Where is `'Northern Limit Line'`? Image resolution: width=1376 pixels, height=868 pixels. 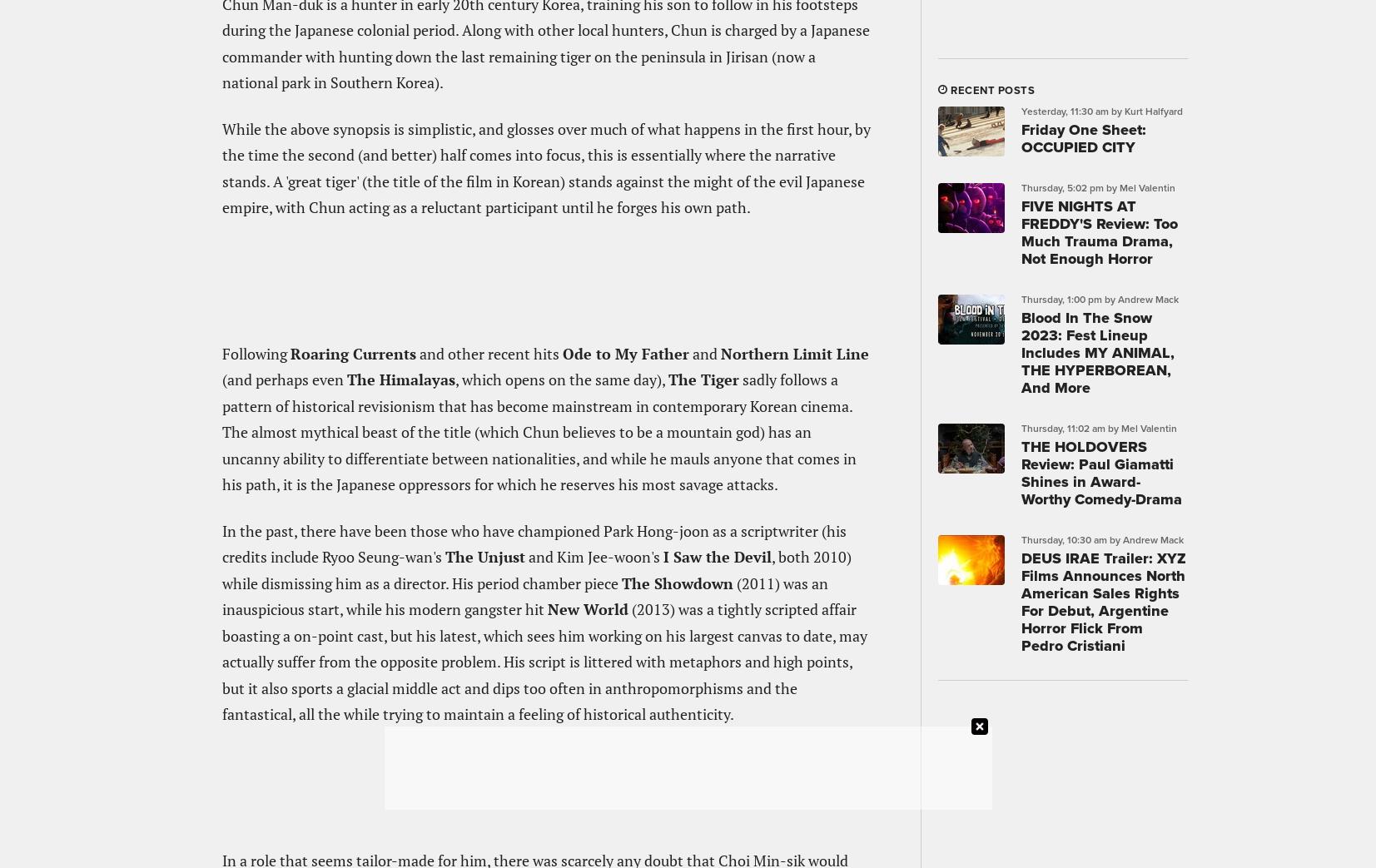 'Northern Limit Line' is located at coordinates (793, 352).